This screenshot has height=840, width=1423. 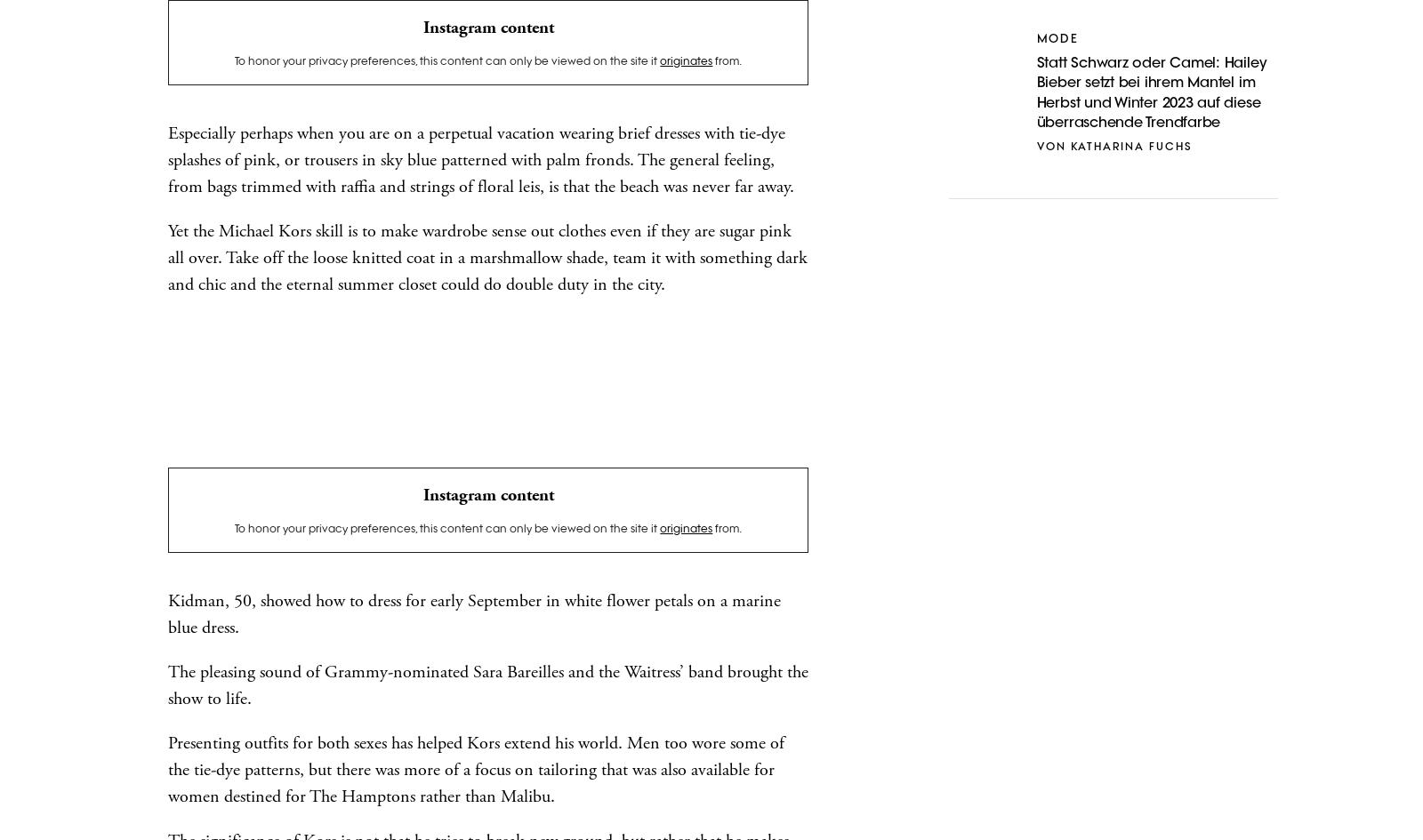 What do you see at coordinates (475, 769) in the screenshot?
I see `'Presenting outfits for both sexes has helped Kors extend his world. Men too wore some of the tie-dye patterns, but there was more of a focus on tailoring that was also available for women destined for The Hamptons rather than Malibu.'` at bounding box center [475, 769].